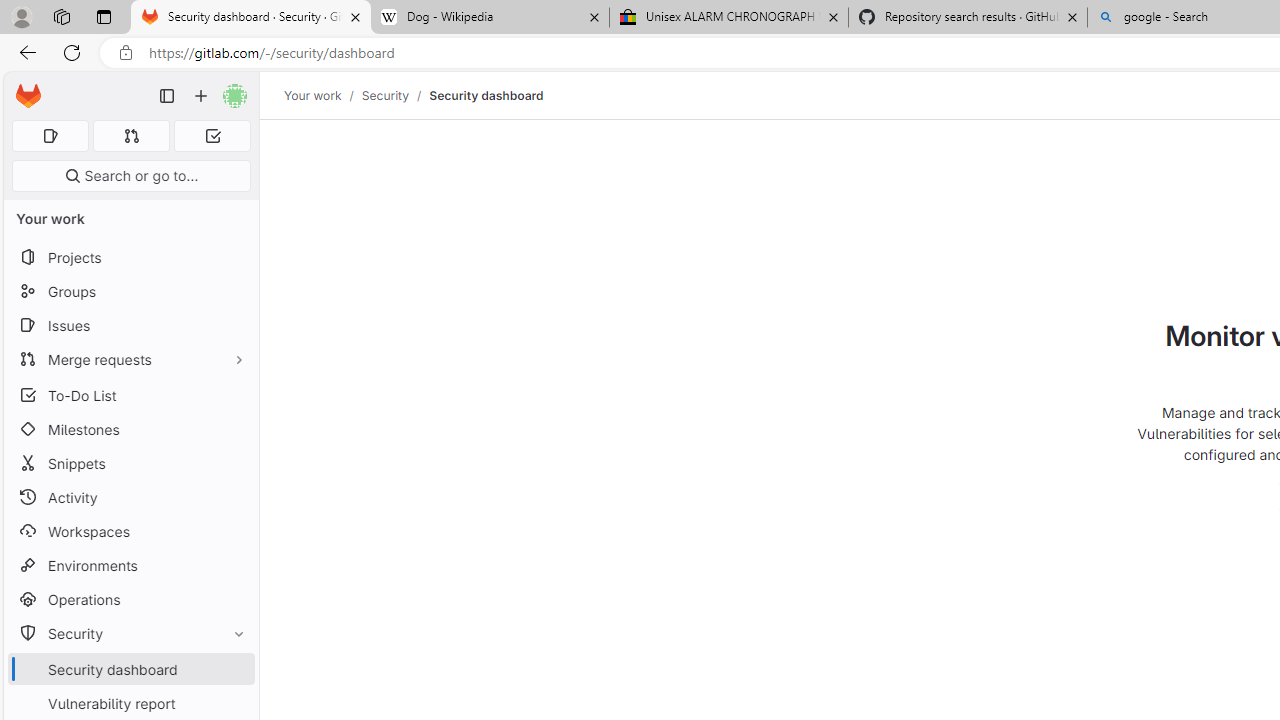 This screenshot has height=720, width=1280. Describe the element at coordinates (130, 565) in the screenshot. I see `'Environments'` at that location.